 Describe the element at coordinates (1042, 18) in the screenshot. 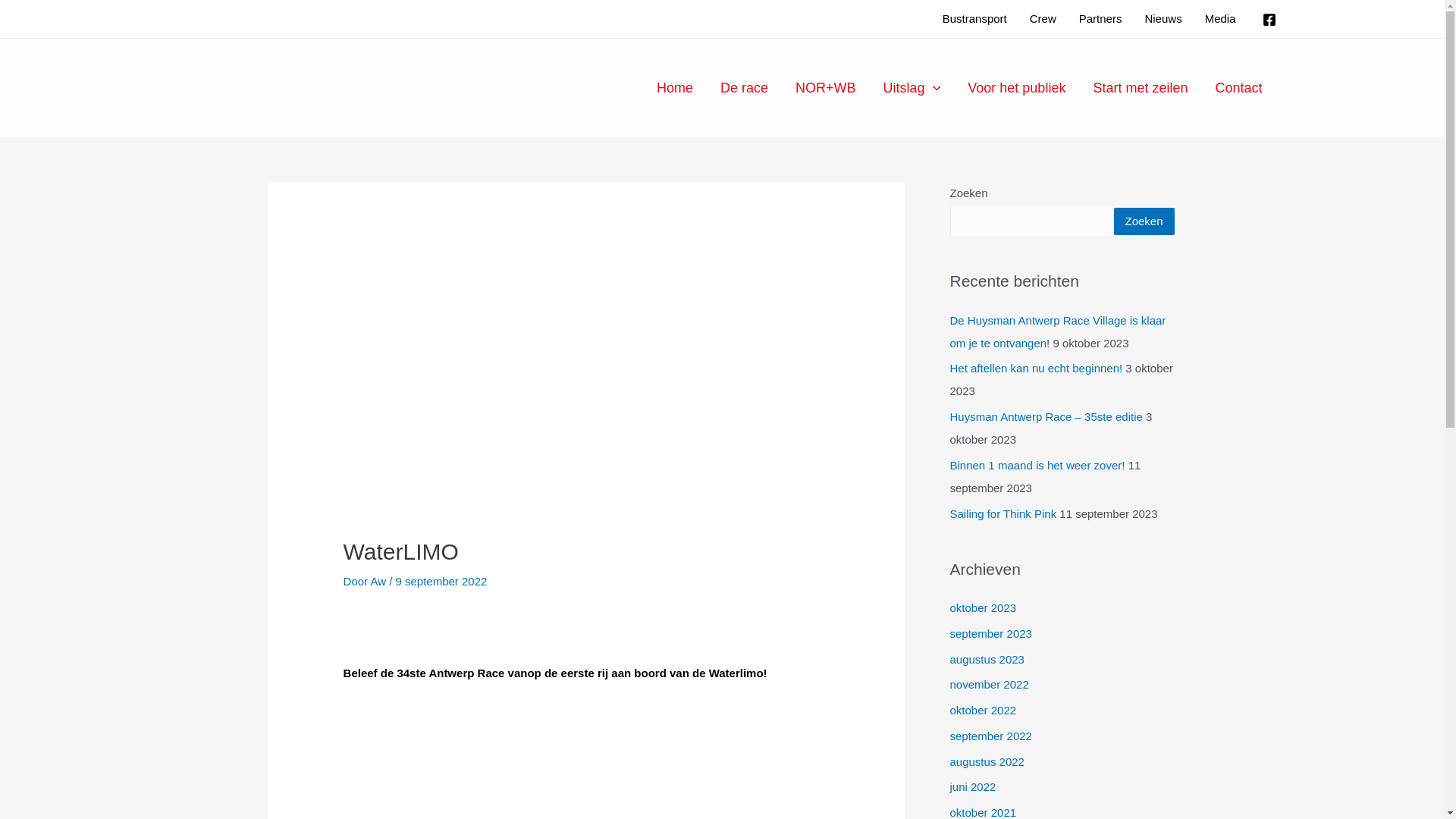

I see `'Crew'` at that location.